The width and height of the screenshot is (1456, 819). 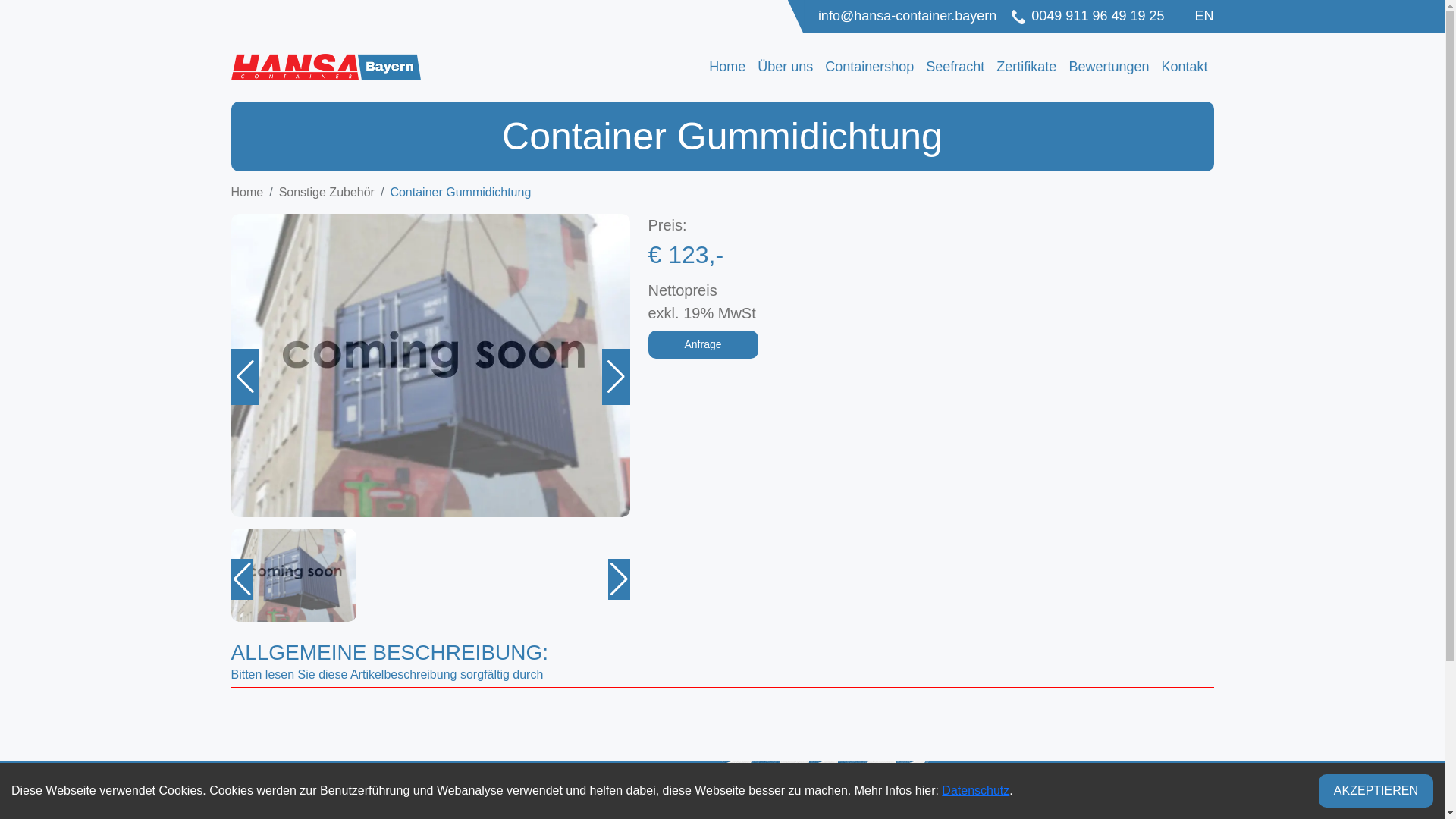 I want to click on 'Seefracht', so click(x=954, y=66).